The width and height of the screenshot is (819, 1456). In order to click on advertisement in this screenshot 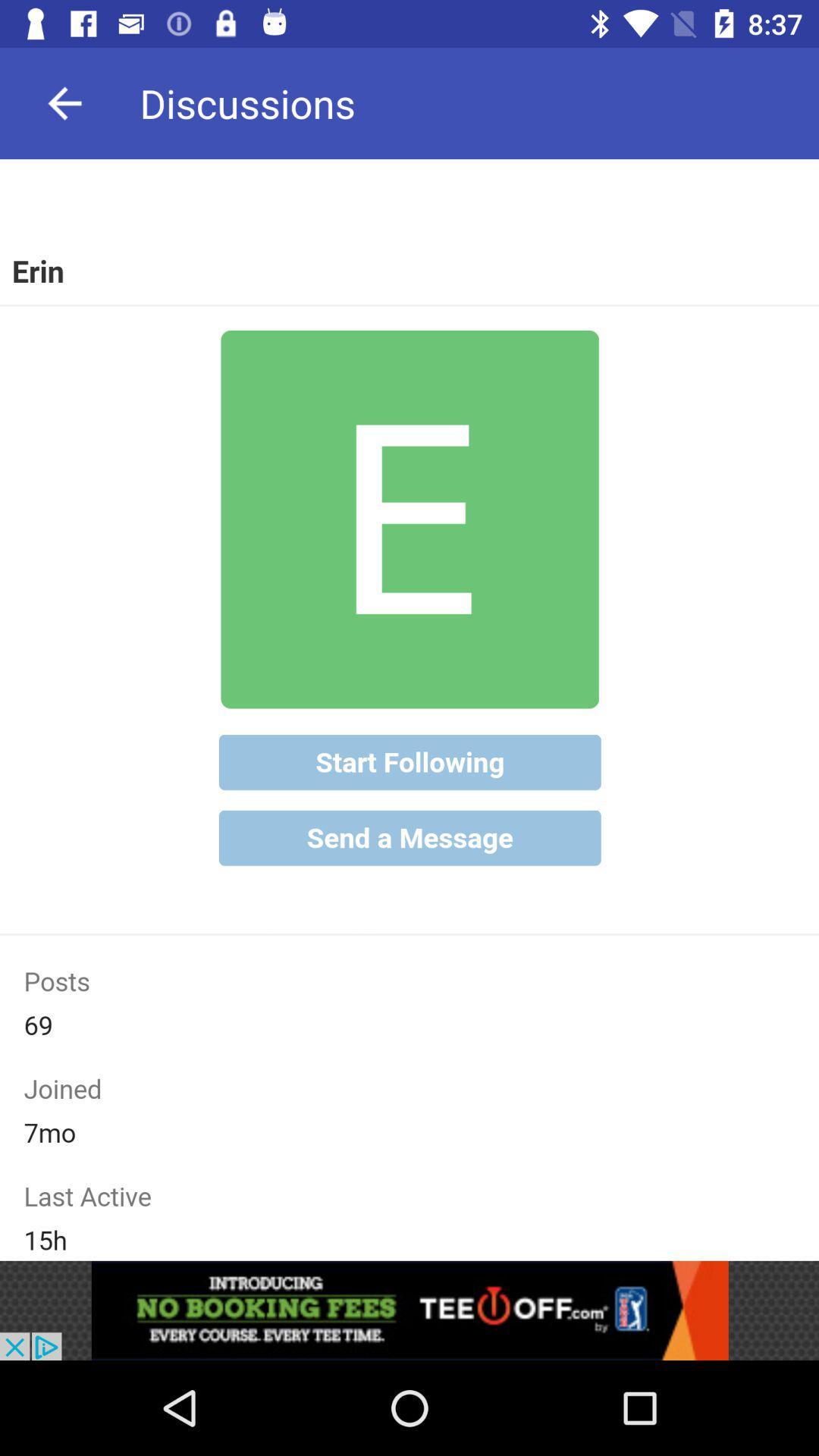, I will do `click(409, 1310)`.